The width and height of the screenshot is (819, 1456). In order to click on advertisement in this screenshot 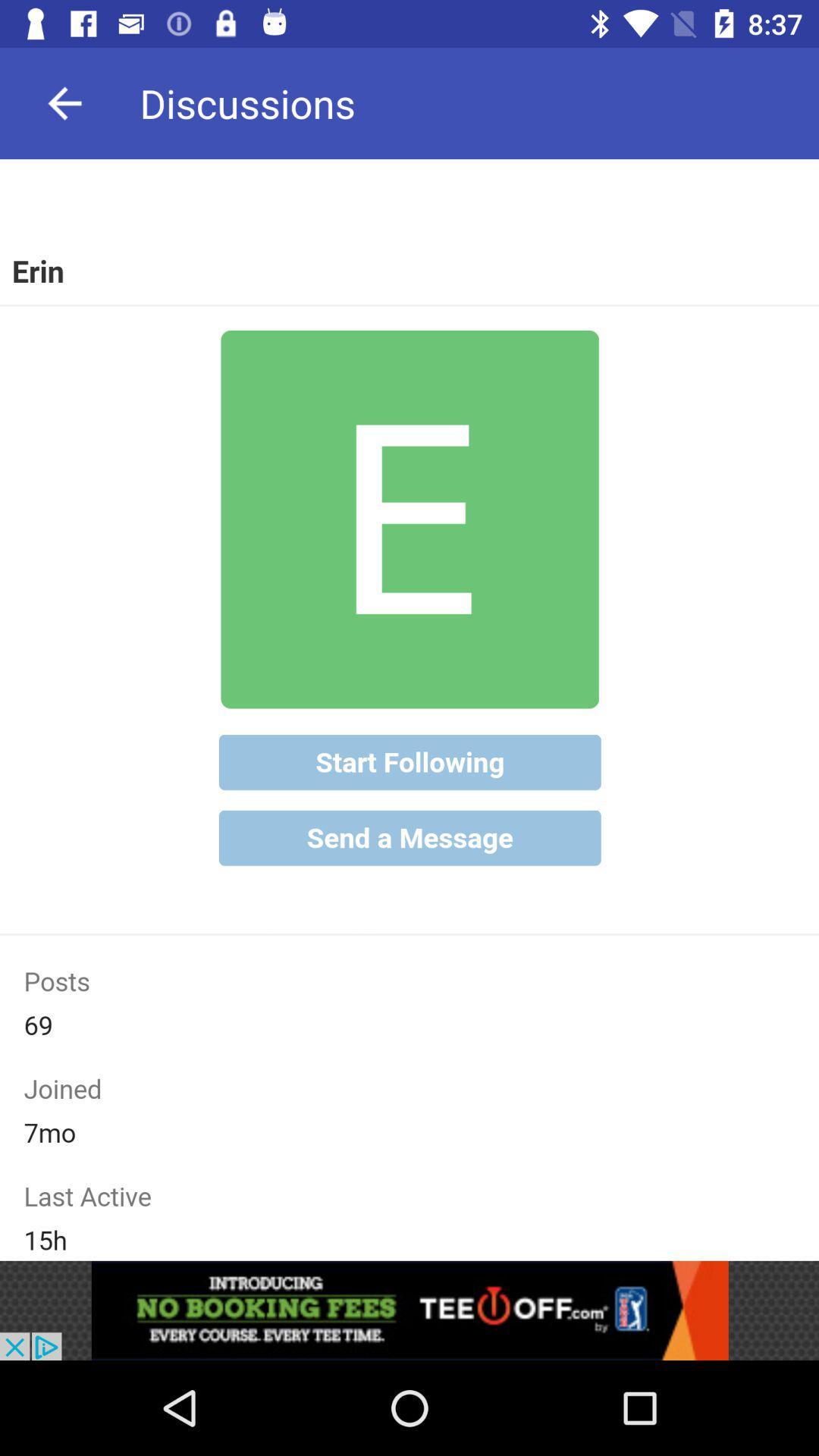, I will do `click(409, 1310)`.